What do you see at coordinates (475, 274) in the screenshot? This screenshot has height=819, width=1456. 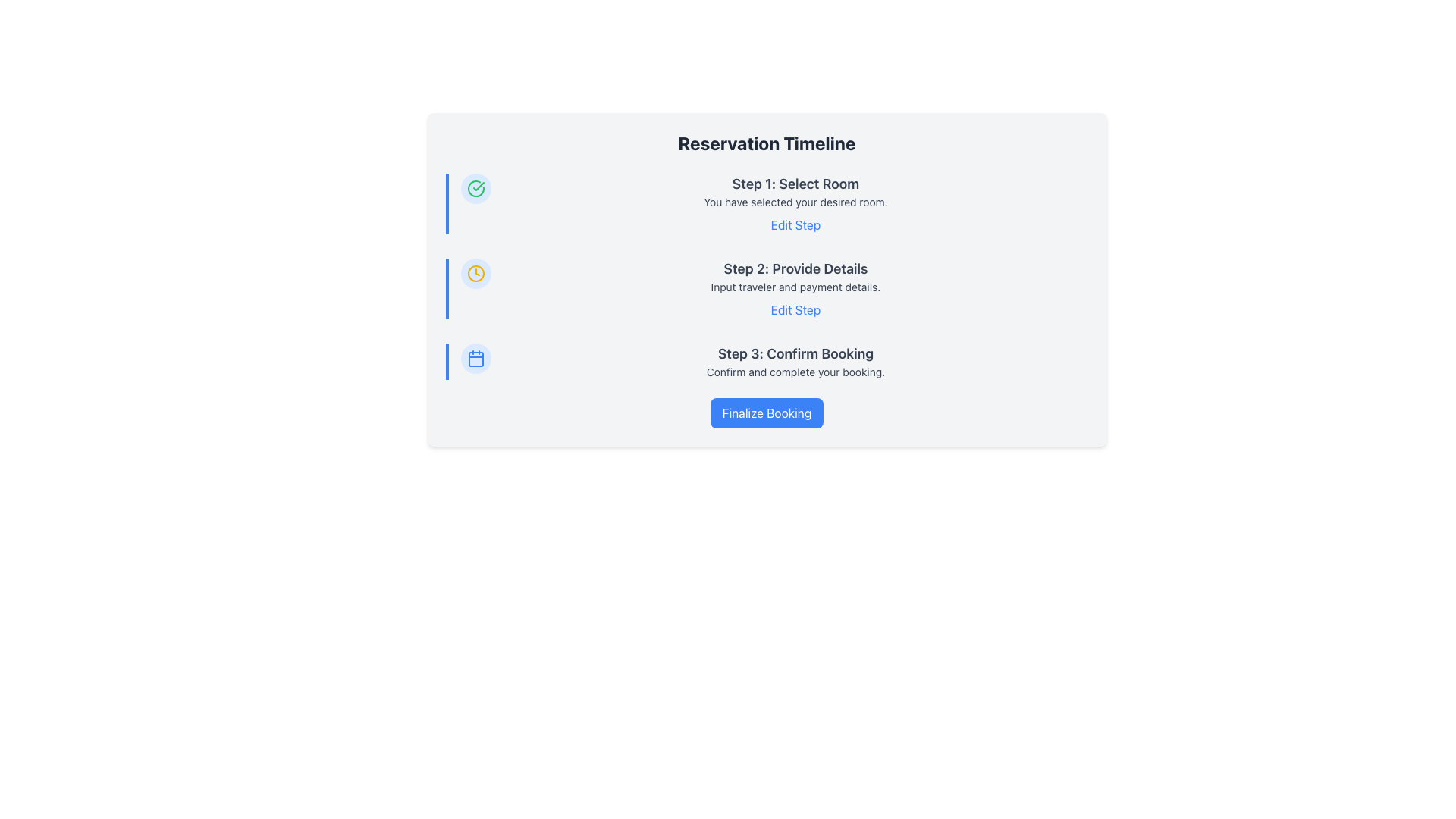 I see `the Step 2 progress indicator icon` at bounding box center [475, 274].